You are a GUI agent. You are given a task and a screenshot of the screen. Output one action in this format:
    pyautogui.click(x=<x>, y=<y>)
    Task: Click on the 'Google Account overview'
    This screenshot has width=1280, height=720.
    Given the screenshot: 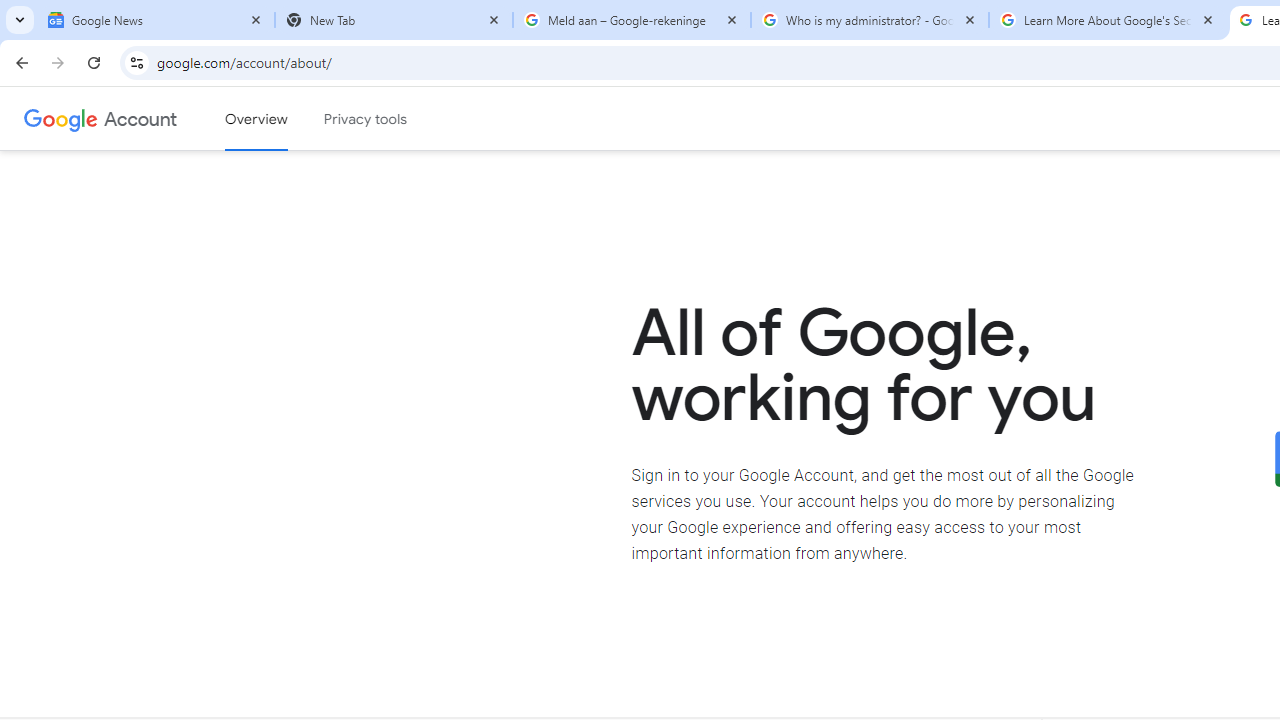 What is the action you would take?
    pyautogui.click(x=255, y=119)
    